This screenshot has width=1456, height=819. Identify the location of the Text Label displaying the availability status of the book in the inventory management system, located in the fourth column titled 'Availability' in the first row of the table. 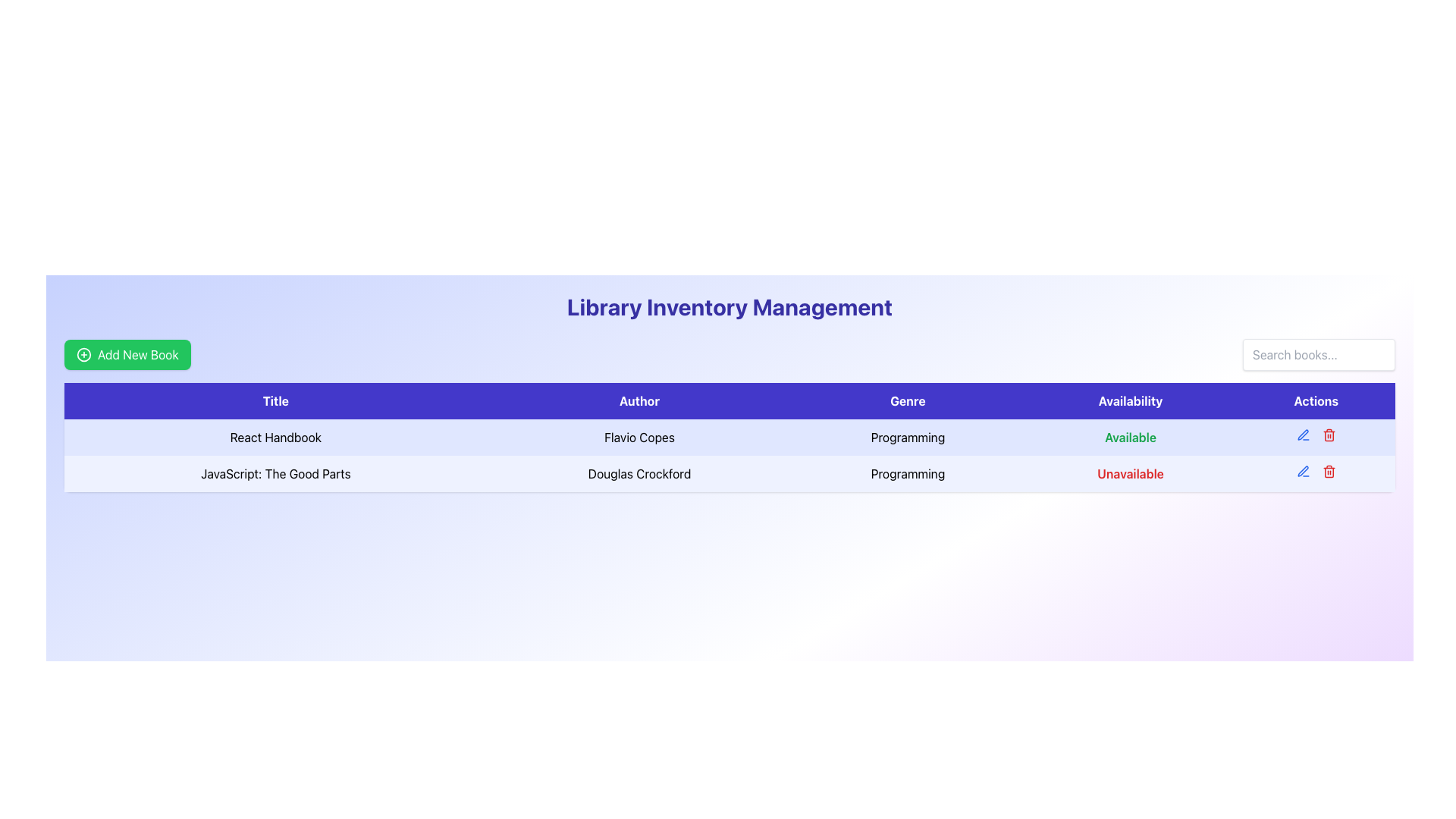
(1131, 438).